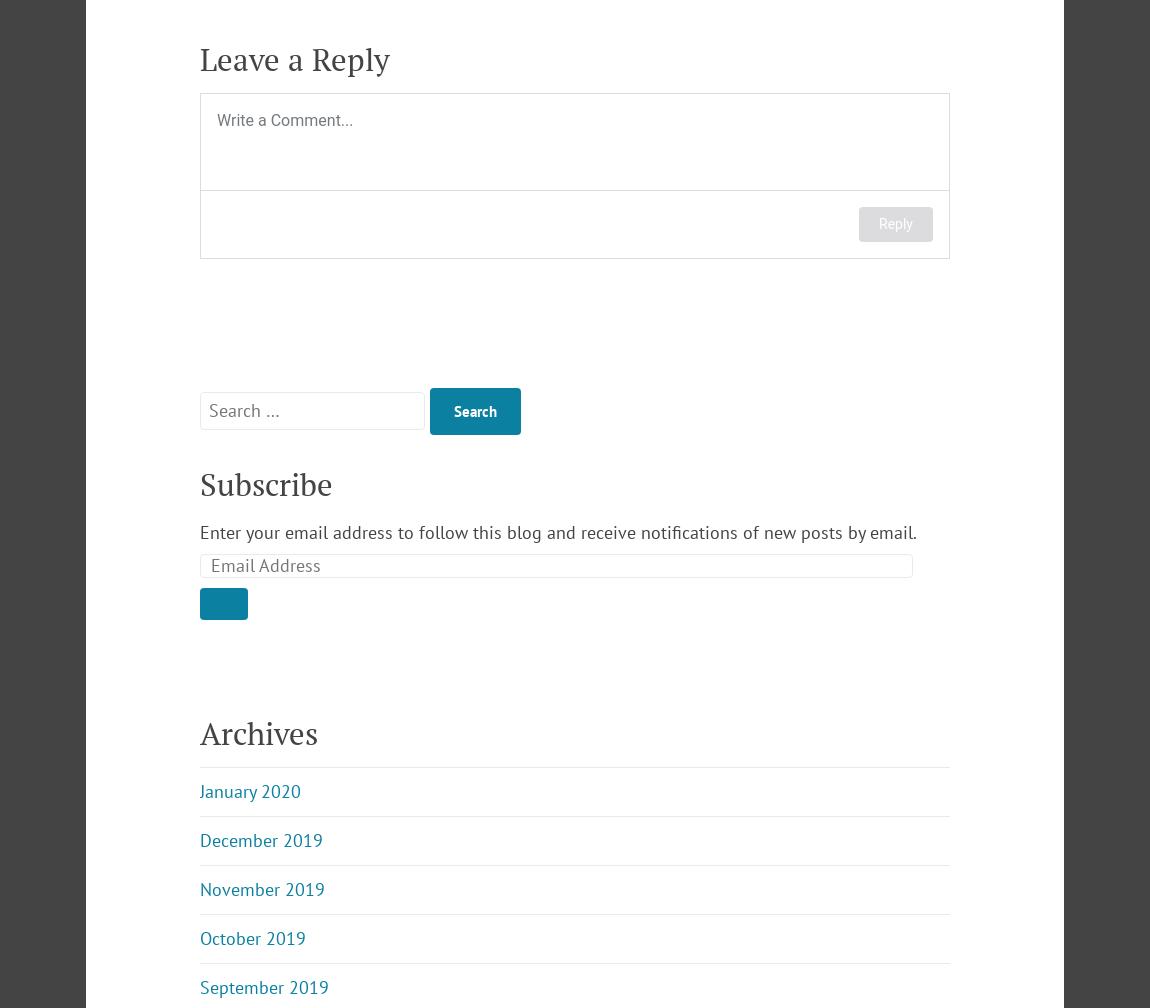 The height and width of the screenshot is (1008, 1150). I want to click on 'December 2019', so click(198, 839).